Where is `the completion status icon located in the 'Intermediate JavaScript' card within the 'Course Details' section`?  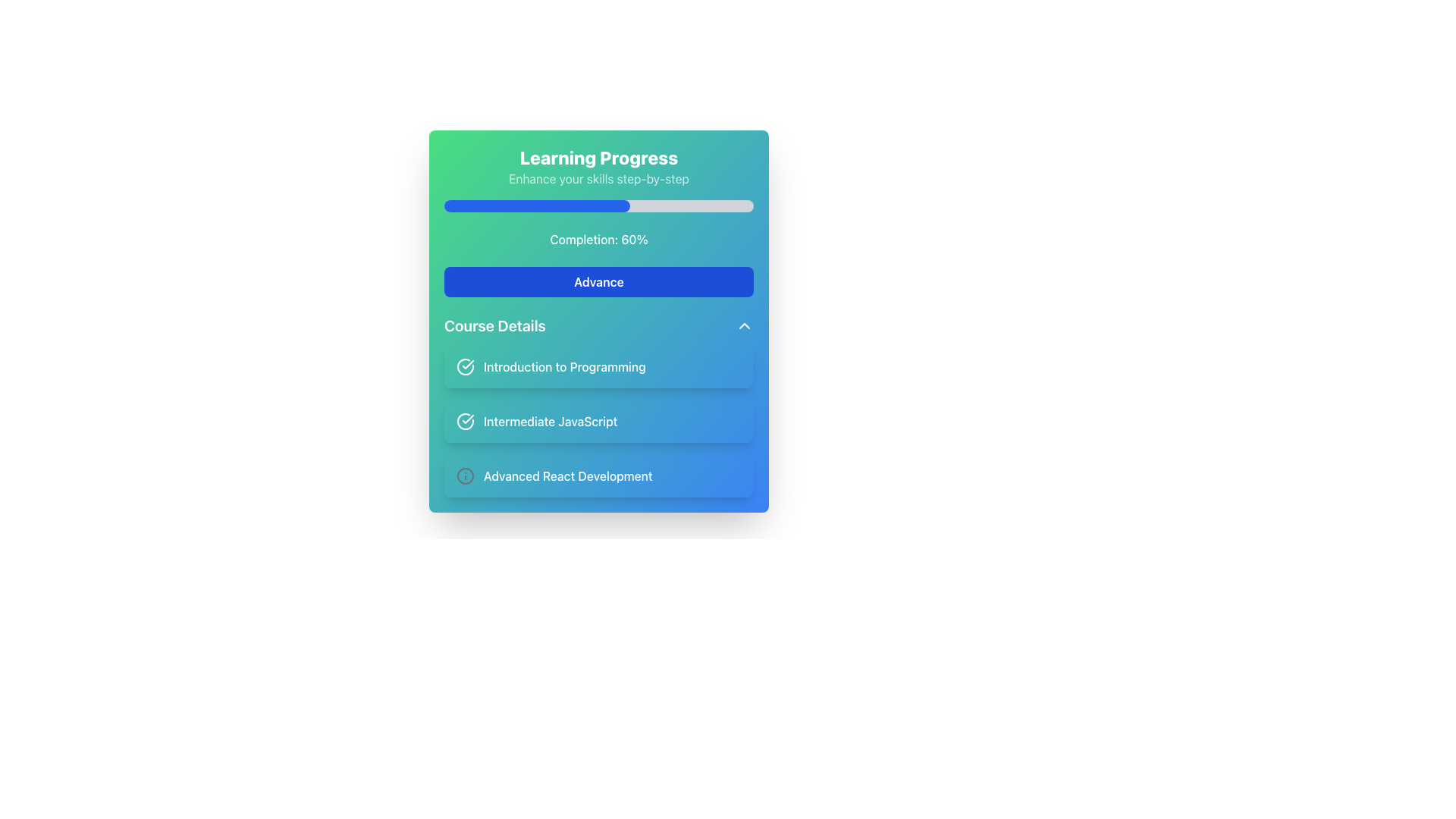 the completion status icon located in the 'Intermediate JavaScript' card within the 'Course Details' section is located at coordinates (465, 421).